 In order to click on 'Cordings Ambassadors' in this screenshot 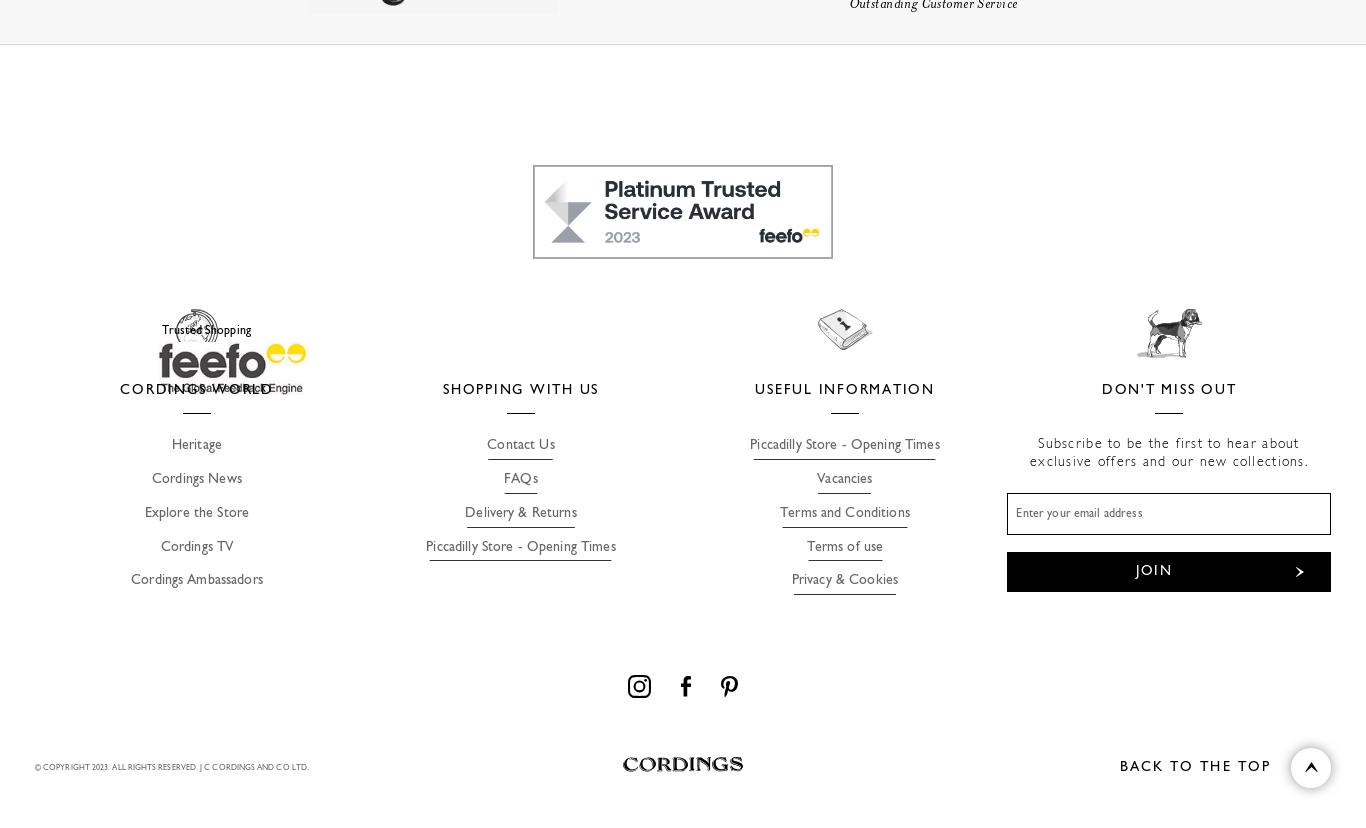, I will do `click(129, 580)`.